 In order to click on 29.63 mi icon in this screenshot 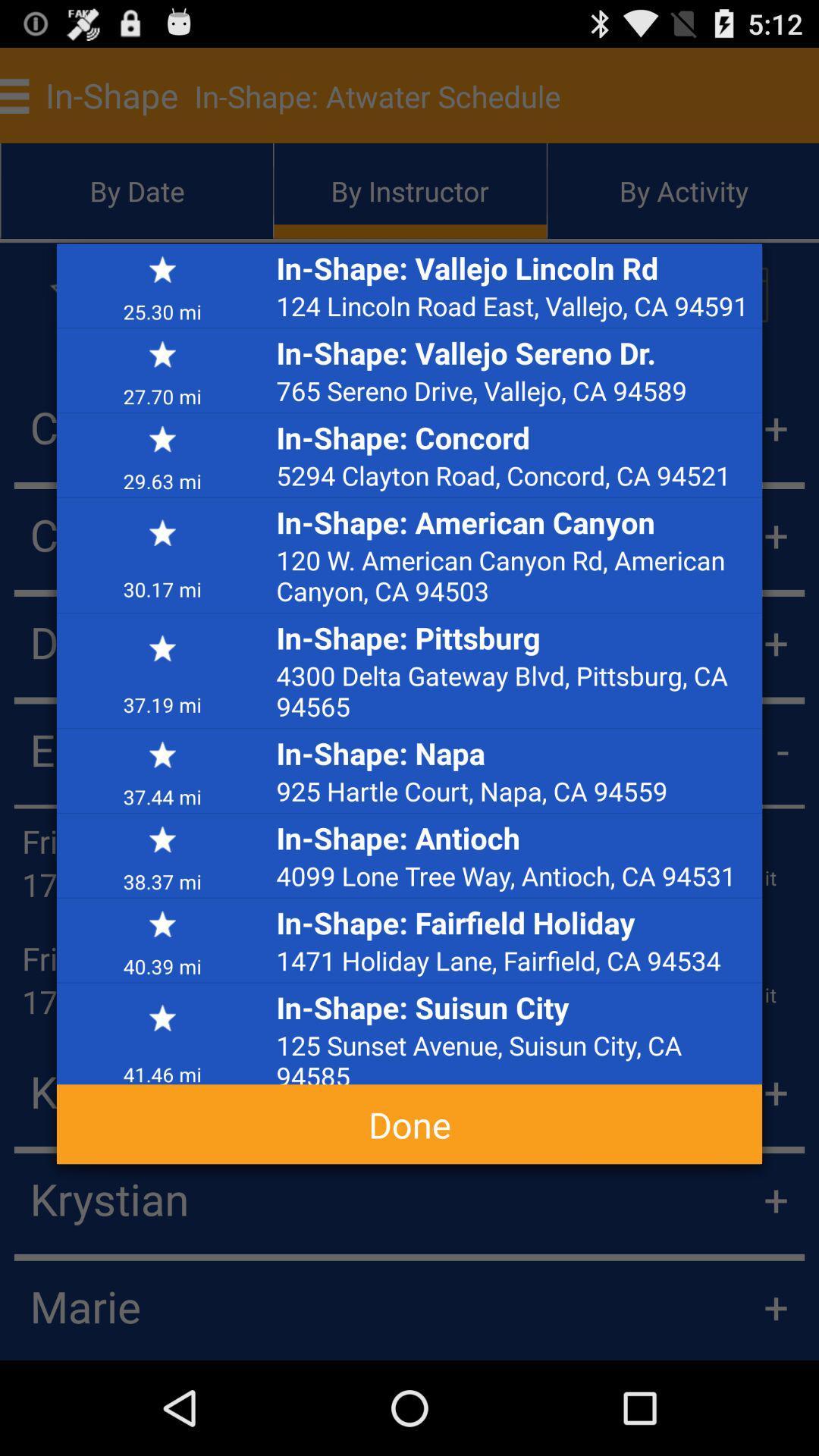, I will do `click(162, 479)`.